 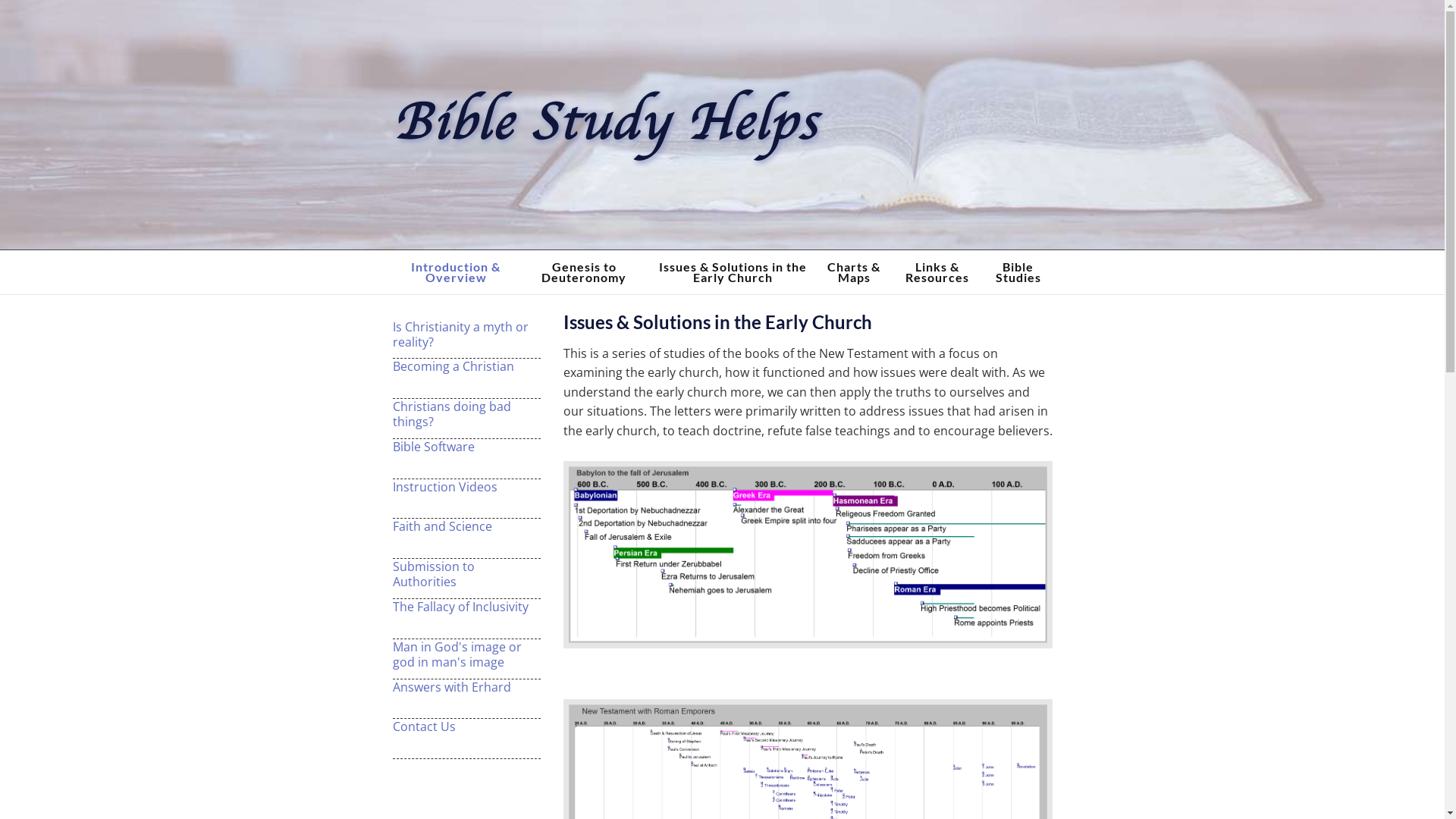 What do you see at coordinates (466, 366) in the screenshot?
I see `'Becoming a Christian'` at bounding box center [466, 366].